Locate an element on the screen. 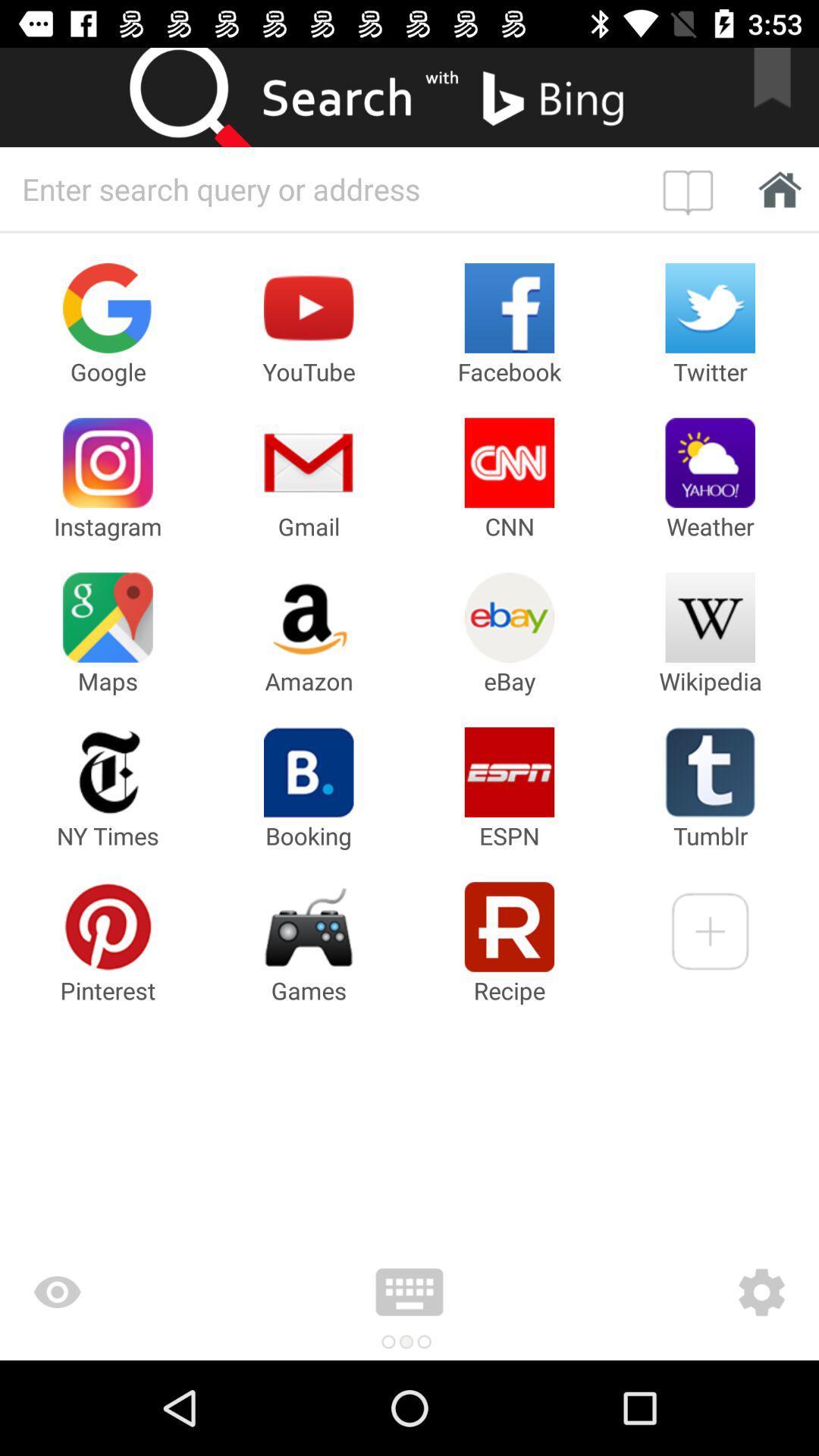  search characters is located at coordinates (327, 188).